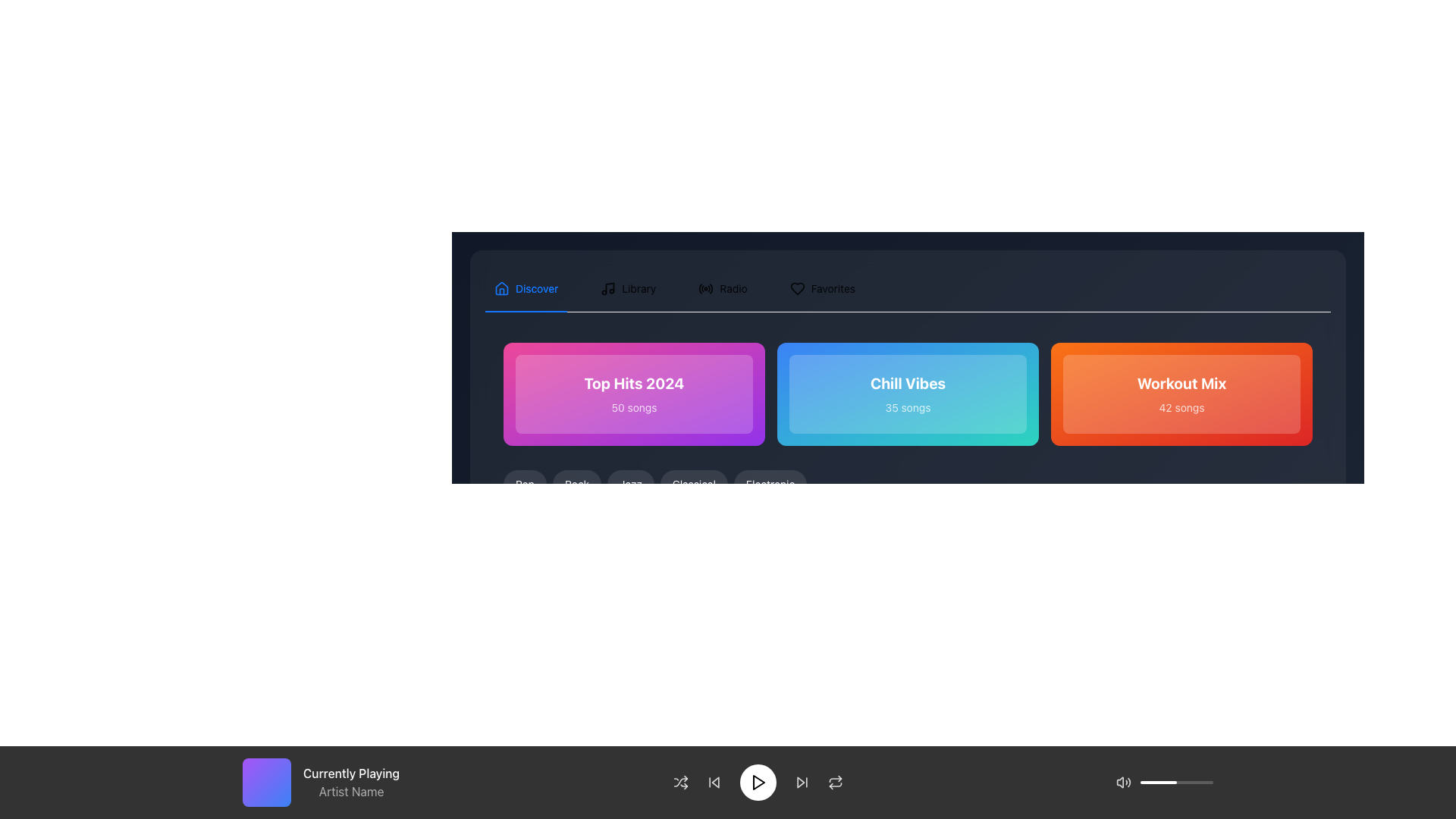 Image resolution: width=1456 pixels, height=819 pixels. Describe the element at coordinates (1181, 382) in the screenshot. I see `the static text label displaying 'Workout Mix' in bold, white font against an orange-red gradient background, located in the right-most card of three cards` at that location.